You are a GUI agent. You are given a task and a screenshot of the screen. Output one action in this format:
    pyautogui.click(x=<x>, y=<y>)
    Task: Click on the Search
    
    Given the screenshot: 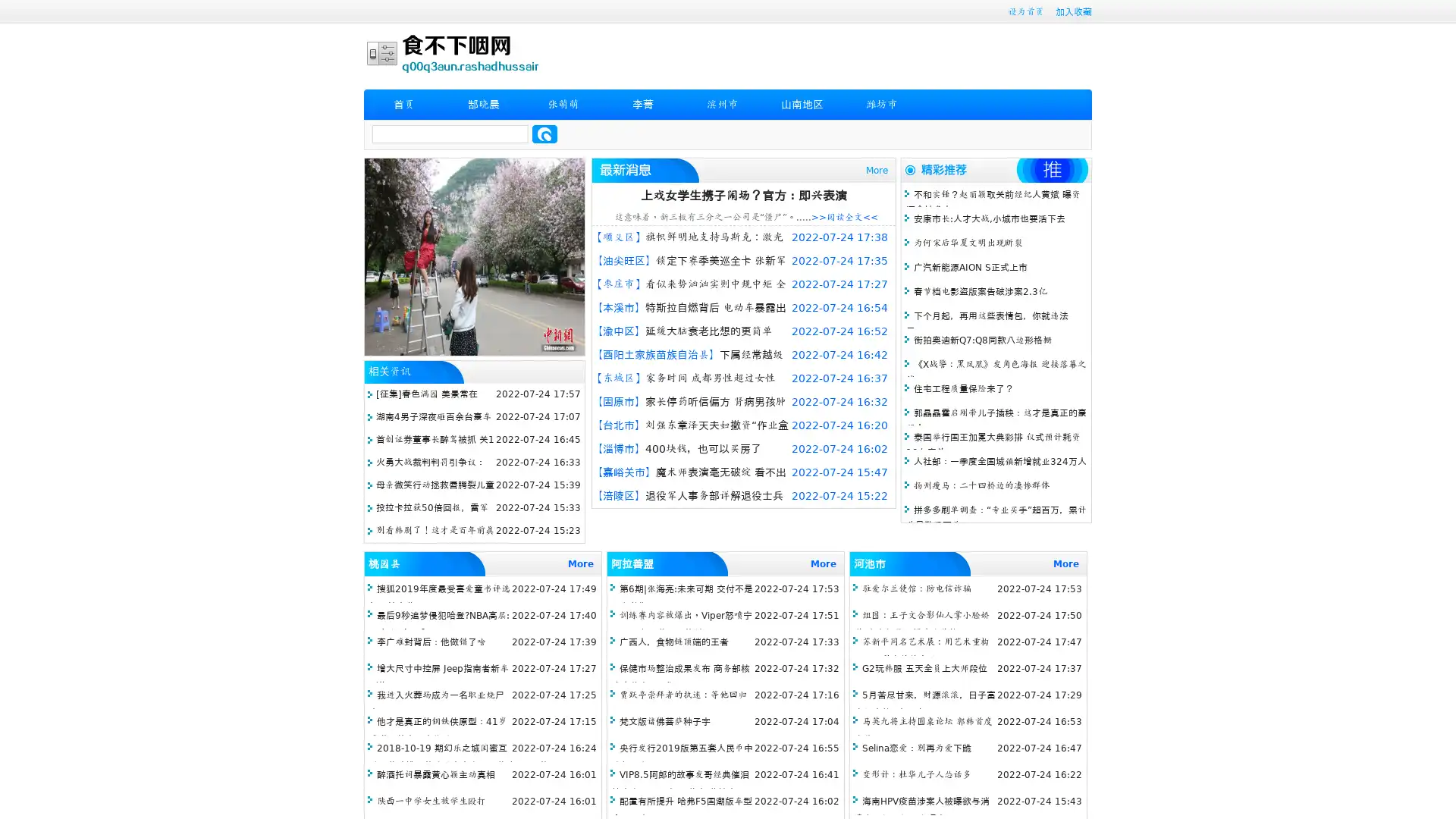 What is the action you would take?
    pyautogui.click(x=544, y=133)
    